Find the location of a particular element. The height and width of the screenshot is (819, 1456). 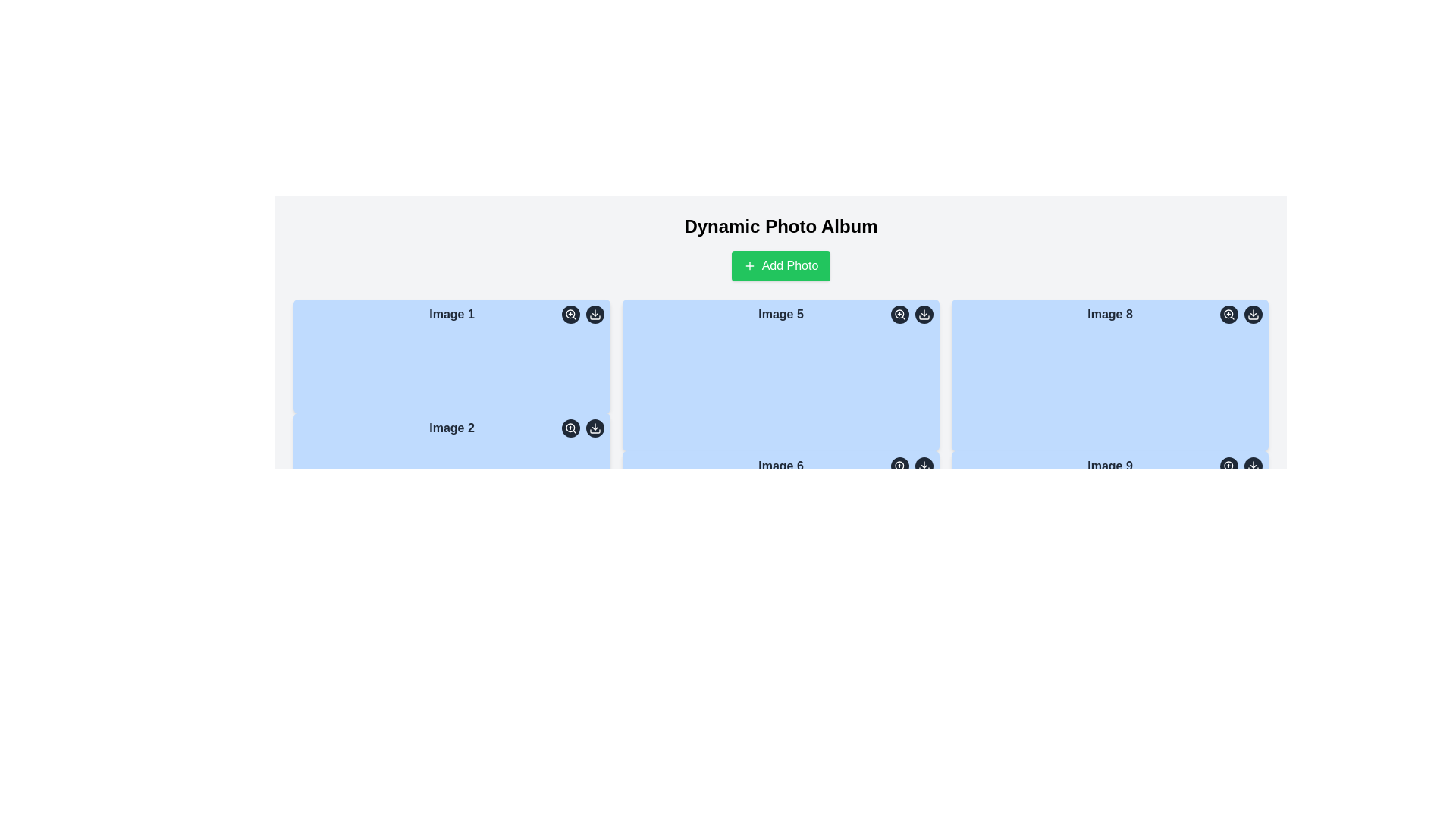

the download button located in the top-right corner of the 'Image 2' tile is located at coordinates (595, 579).